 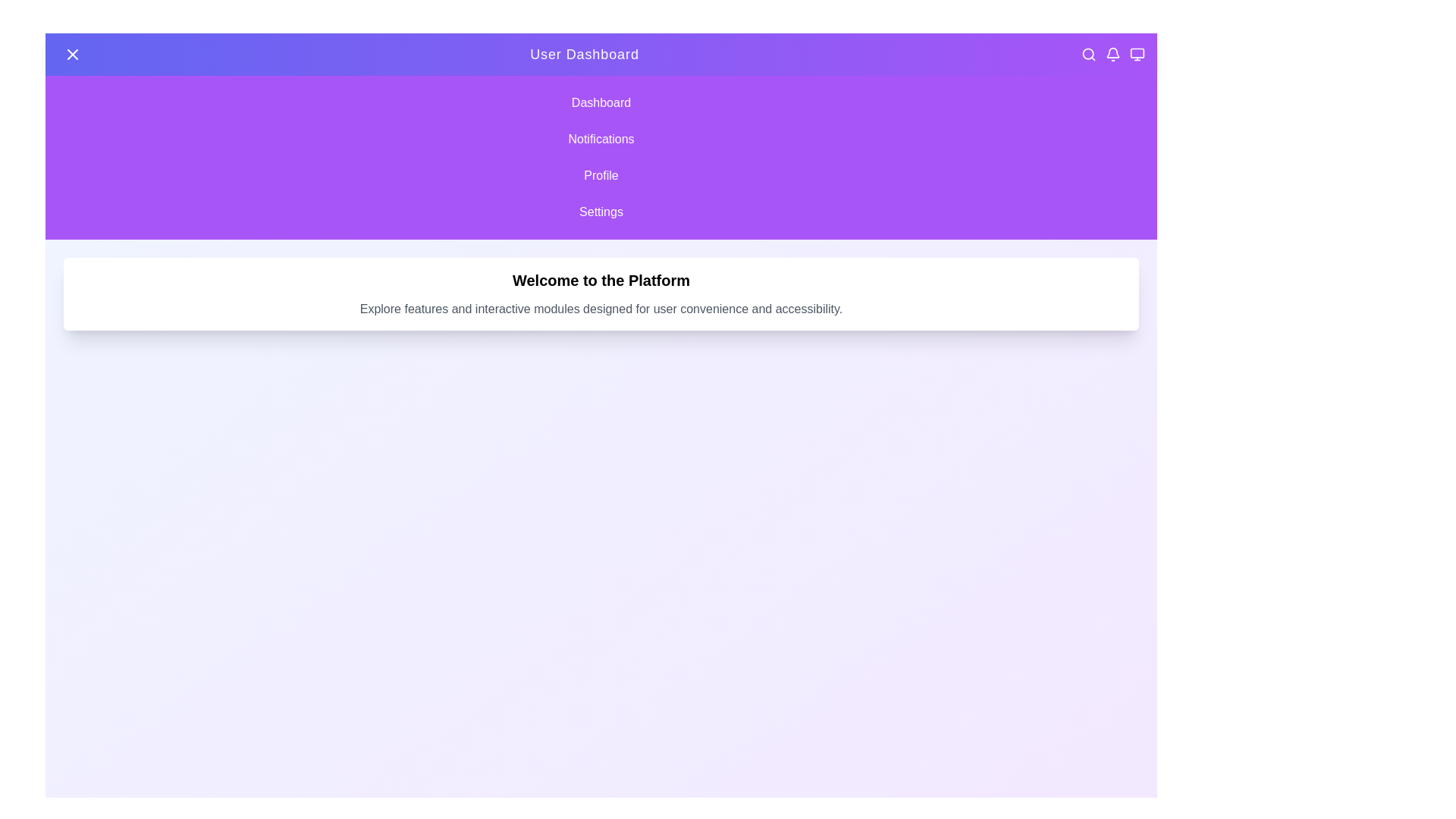 I want to click on the Search icon in the header, so click(x=1087, y=54).